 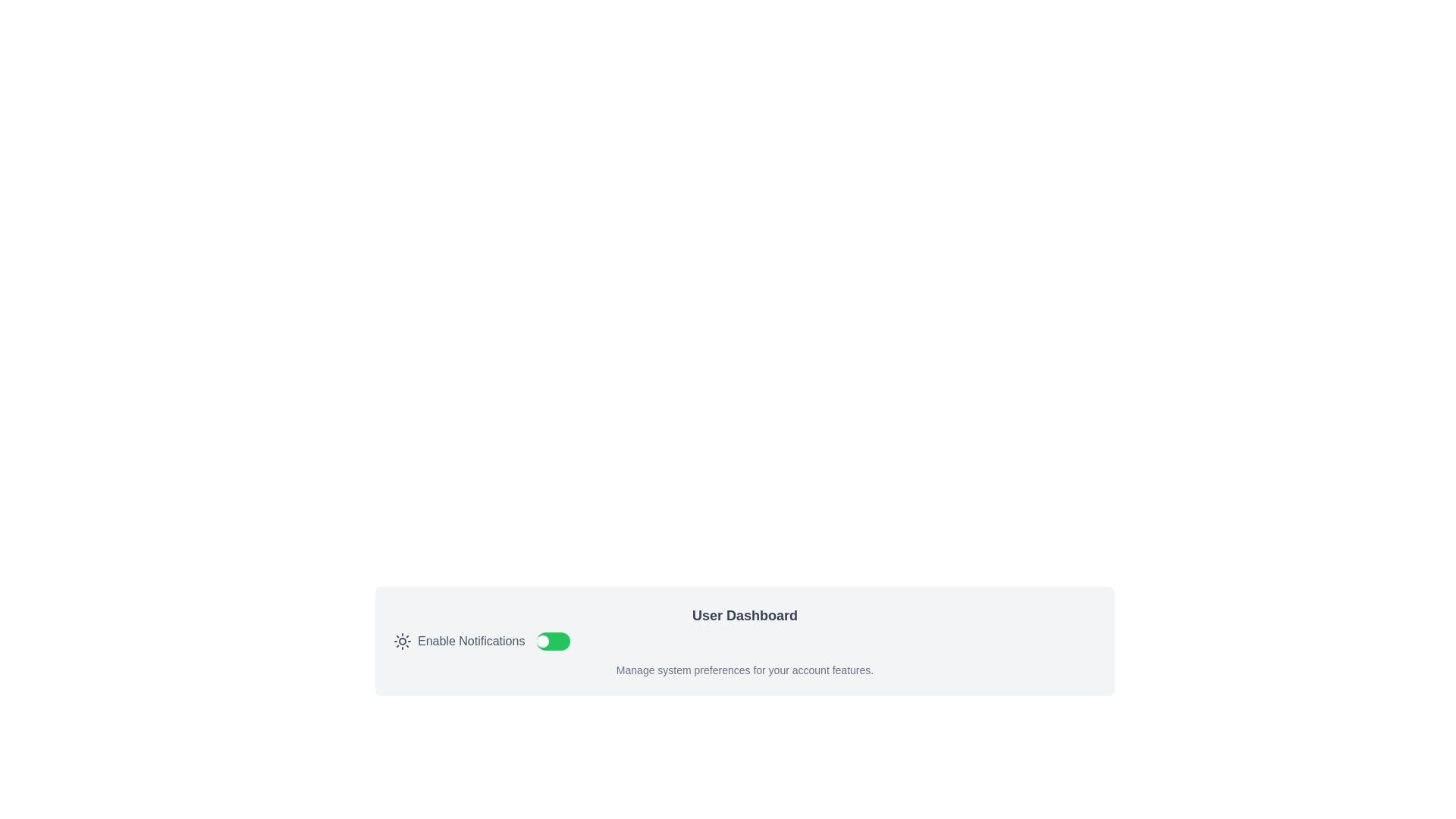 What do you see at coordinates (458, 641) in the screenshot?
I see `'Enable Notifications' label styled with gray font, located beside a toggle switch on the left side of a horizontal layout group` at bounding box center [458, 641].